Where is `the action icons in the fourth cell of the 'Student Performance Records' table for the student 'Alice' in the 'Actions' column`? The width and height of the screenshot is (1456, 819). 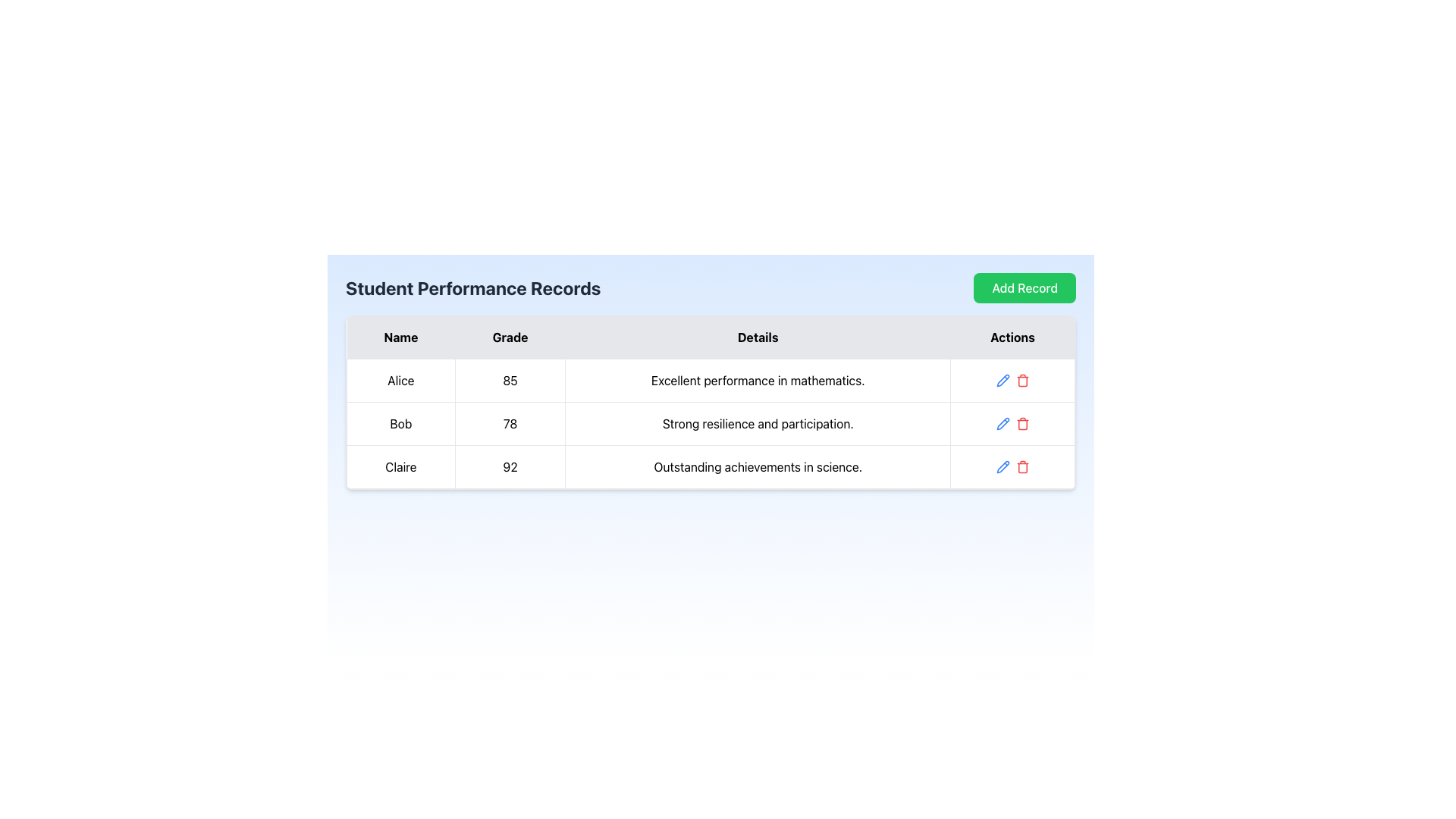 the action icons in the fourth cell of the 'Student Performance Records' table for the student 'Alice' in the 'Actions' column is located at coordinates (1012, 379).